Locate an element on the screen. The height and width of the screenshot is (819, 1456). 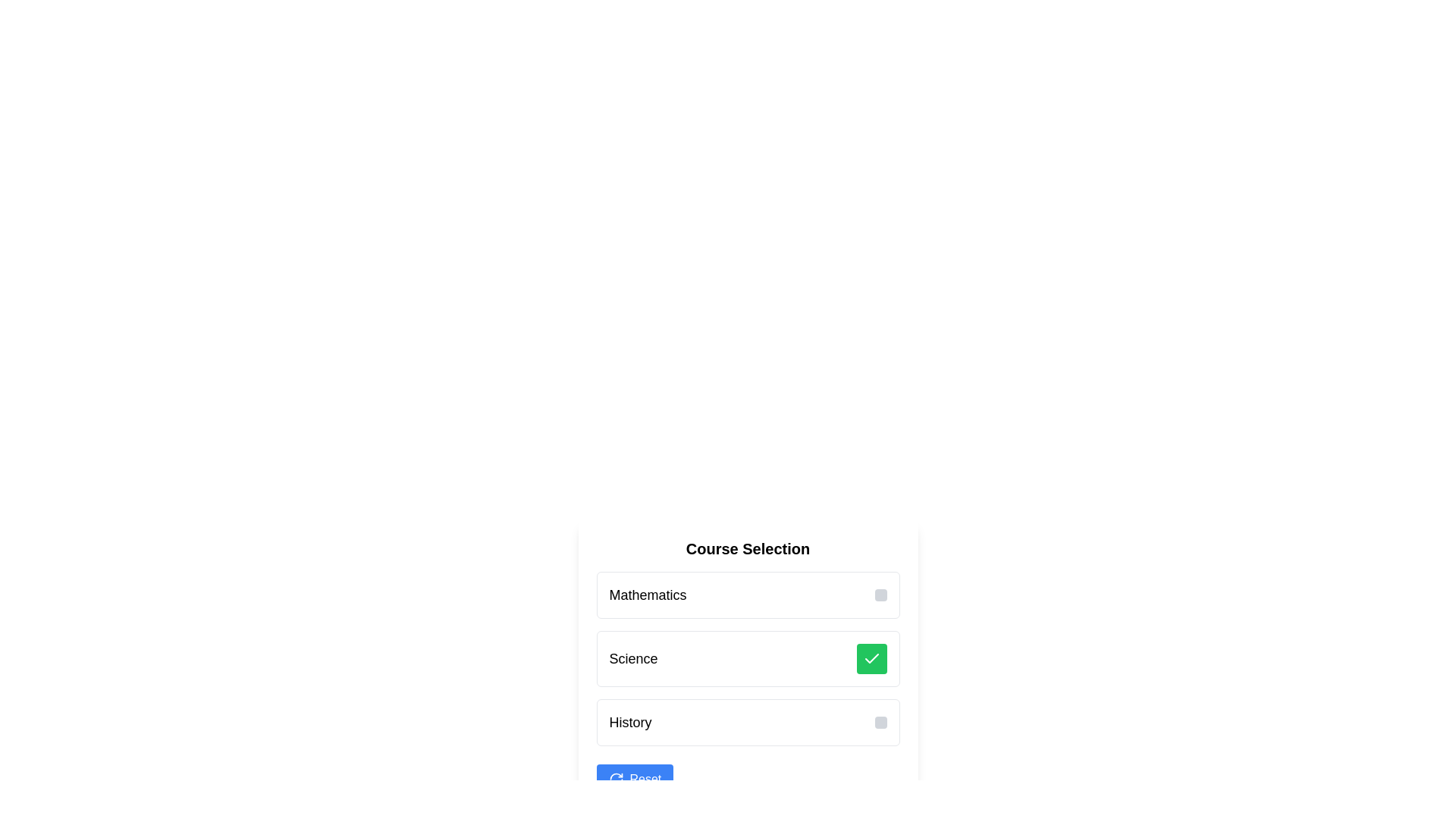
the second row of the selectable list item labeled 'Science' is located at coordinates (748, 666).